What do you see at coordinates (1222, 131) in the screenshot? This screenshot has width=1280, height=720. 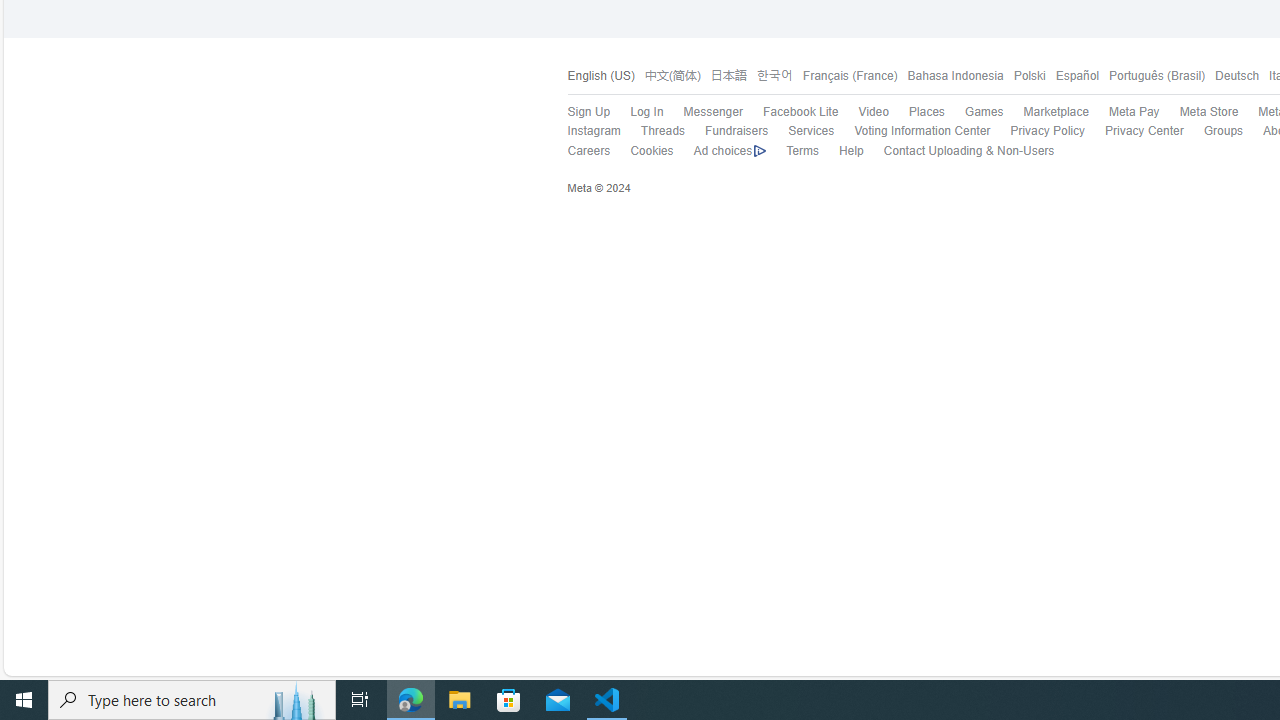 I see `'Groups'` at bounding box center [1222, 131].